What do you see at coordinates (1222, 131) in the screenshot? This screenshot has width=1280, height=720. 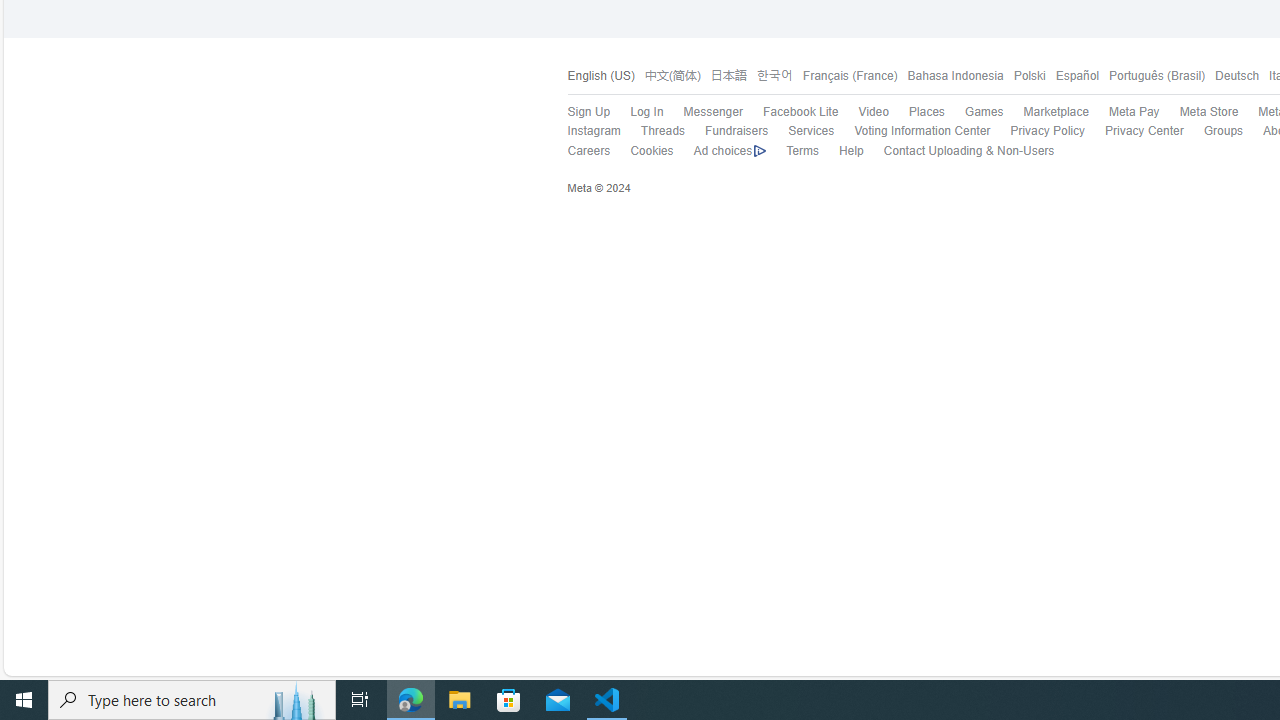 I see `'Groups'` at bounding box center [1222, 131].